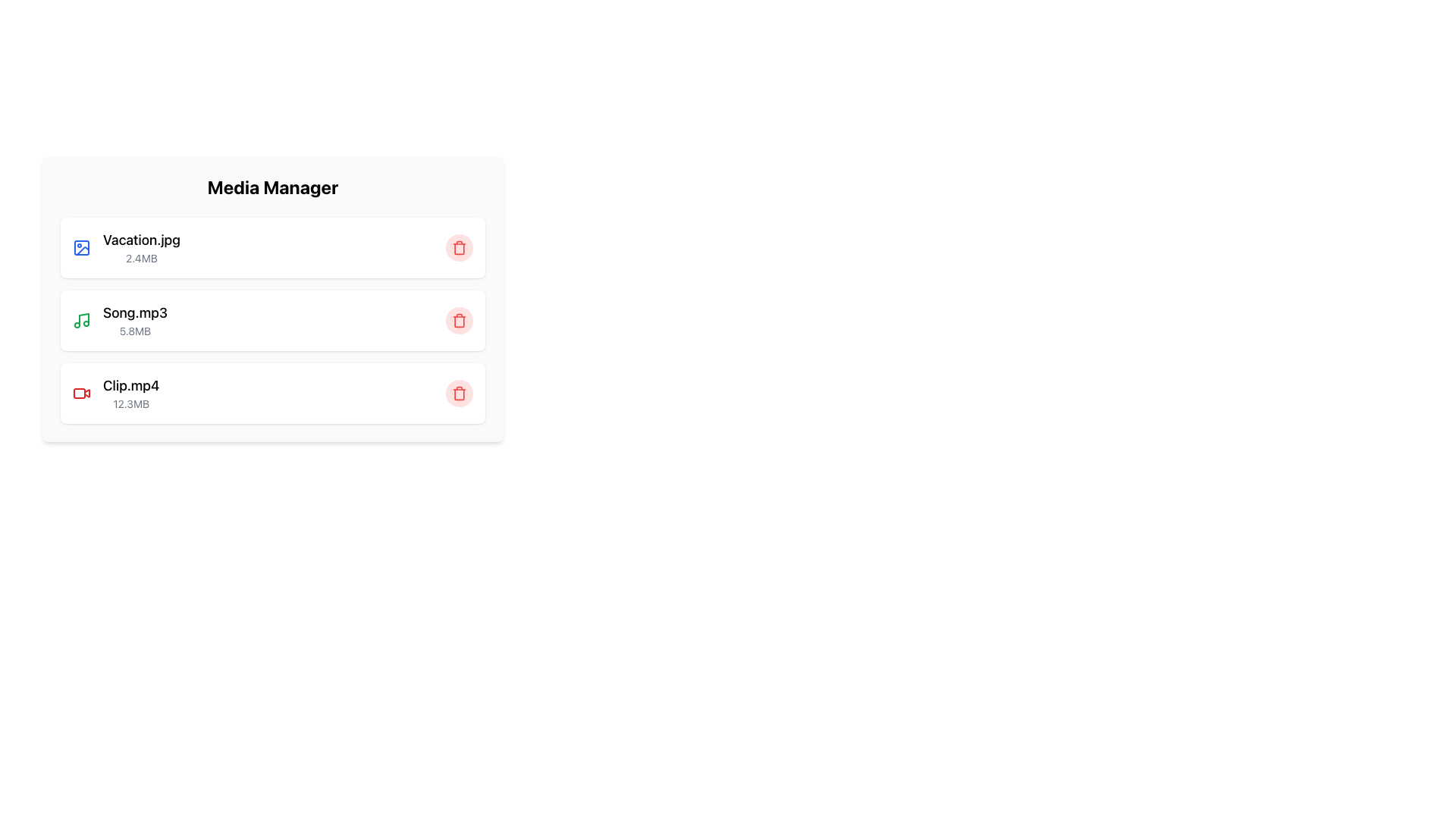 The width and height of the screenshot is (1456, 819). What do you see at coordinates (81, 393) in the screenshot?
I see `the video file icon that is red and resembles a video camera, located next to the 'Clip.mp4 12.3MB' text in the Media Manager section` at bounding box center [81, 393].